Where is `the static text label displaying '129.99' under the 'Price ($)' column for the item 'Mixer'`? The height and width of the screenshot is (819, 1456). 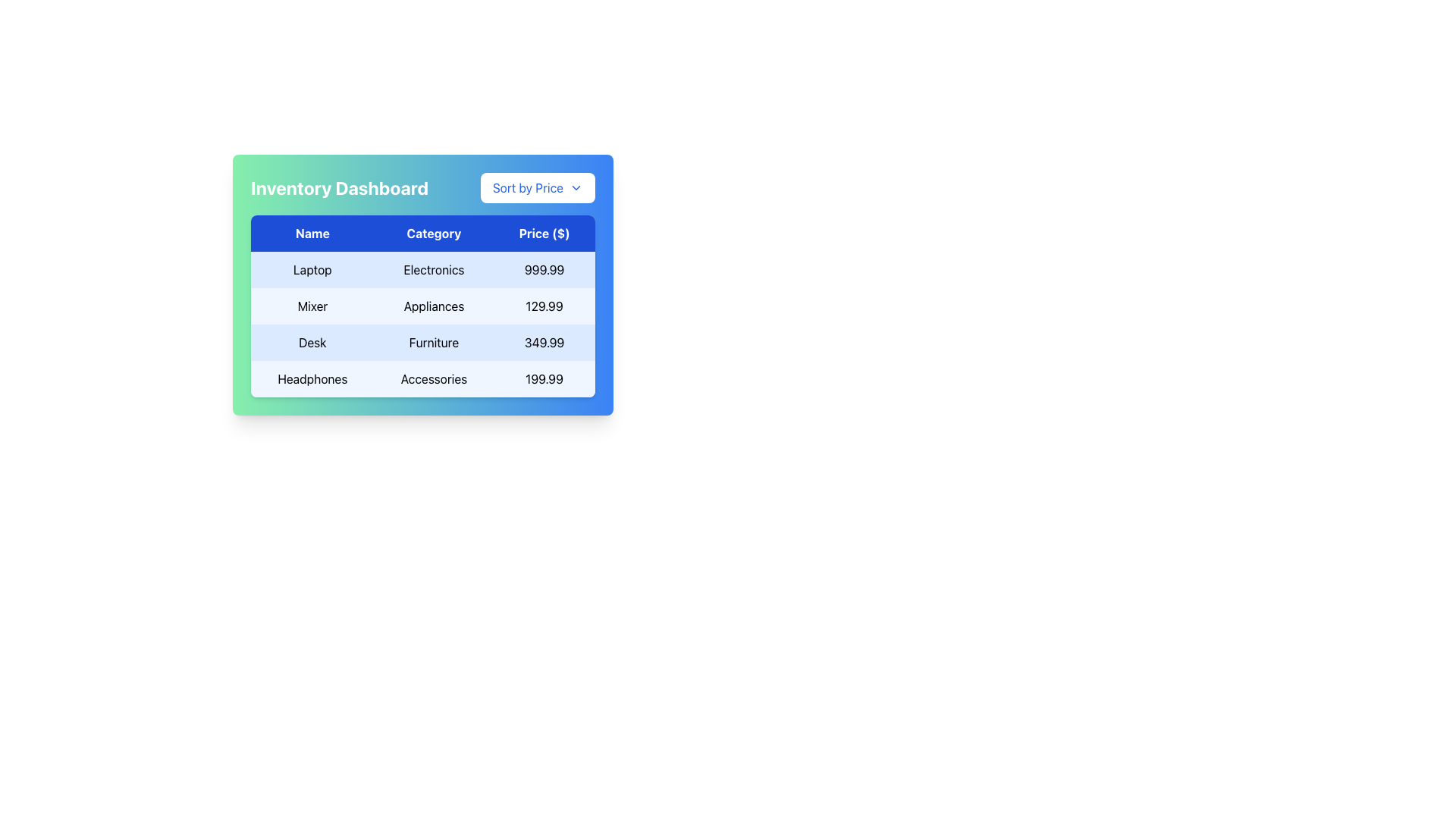 the static text label displaying '129.99' under the 'Price ($)' column for the item 'Mixer' is located at coordinates (544, 306).